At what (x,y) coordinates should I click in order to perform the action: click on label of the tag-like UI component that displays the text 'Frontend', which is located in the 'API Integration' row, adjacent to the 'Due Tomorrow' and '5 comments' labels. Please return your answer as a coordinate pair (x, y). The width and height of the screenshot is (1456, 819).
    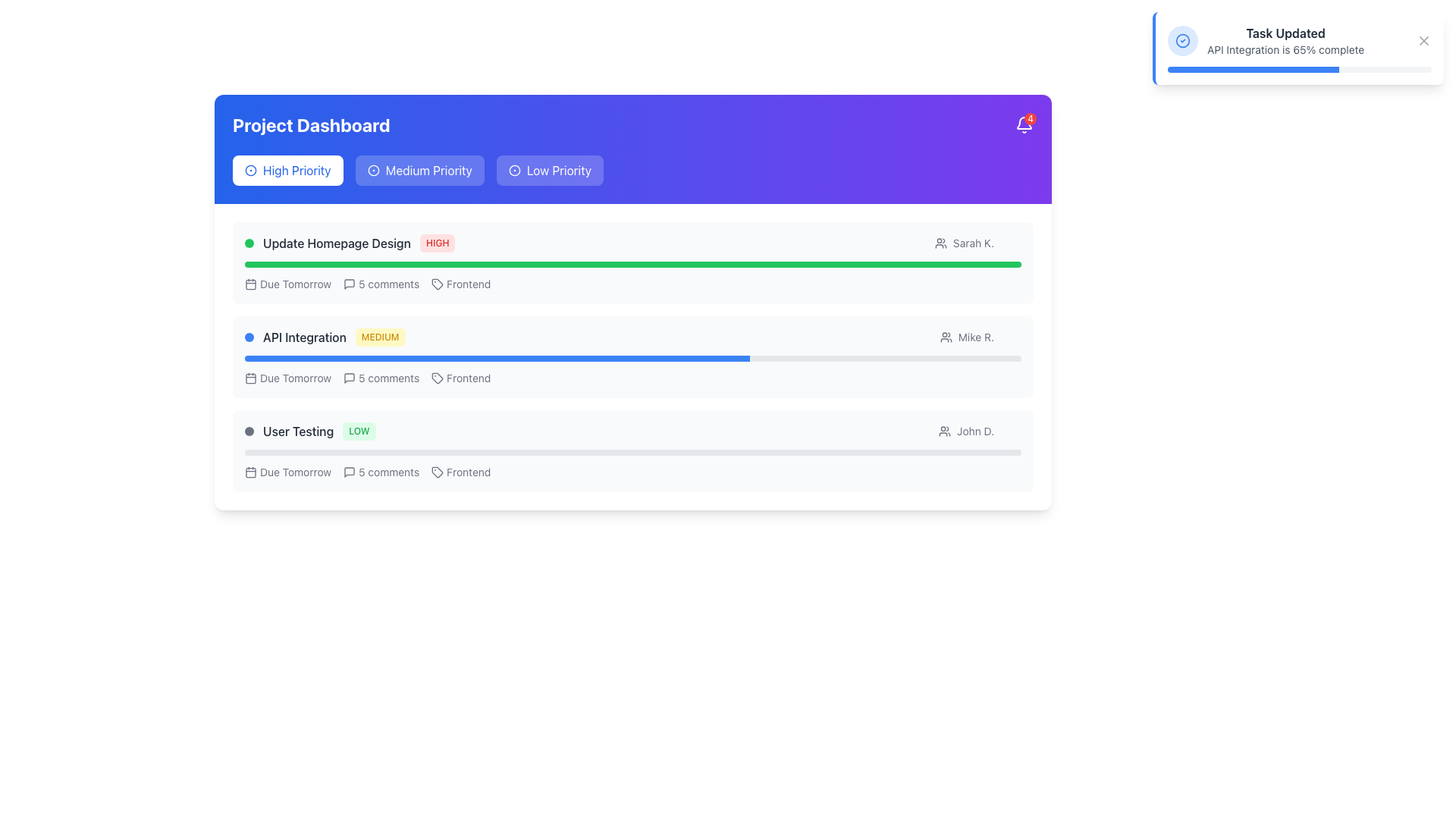
    Looking at the image, I should click on (460, 377).